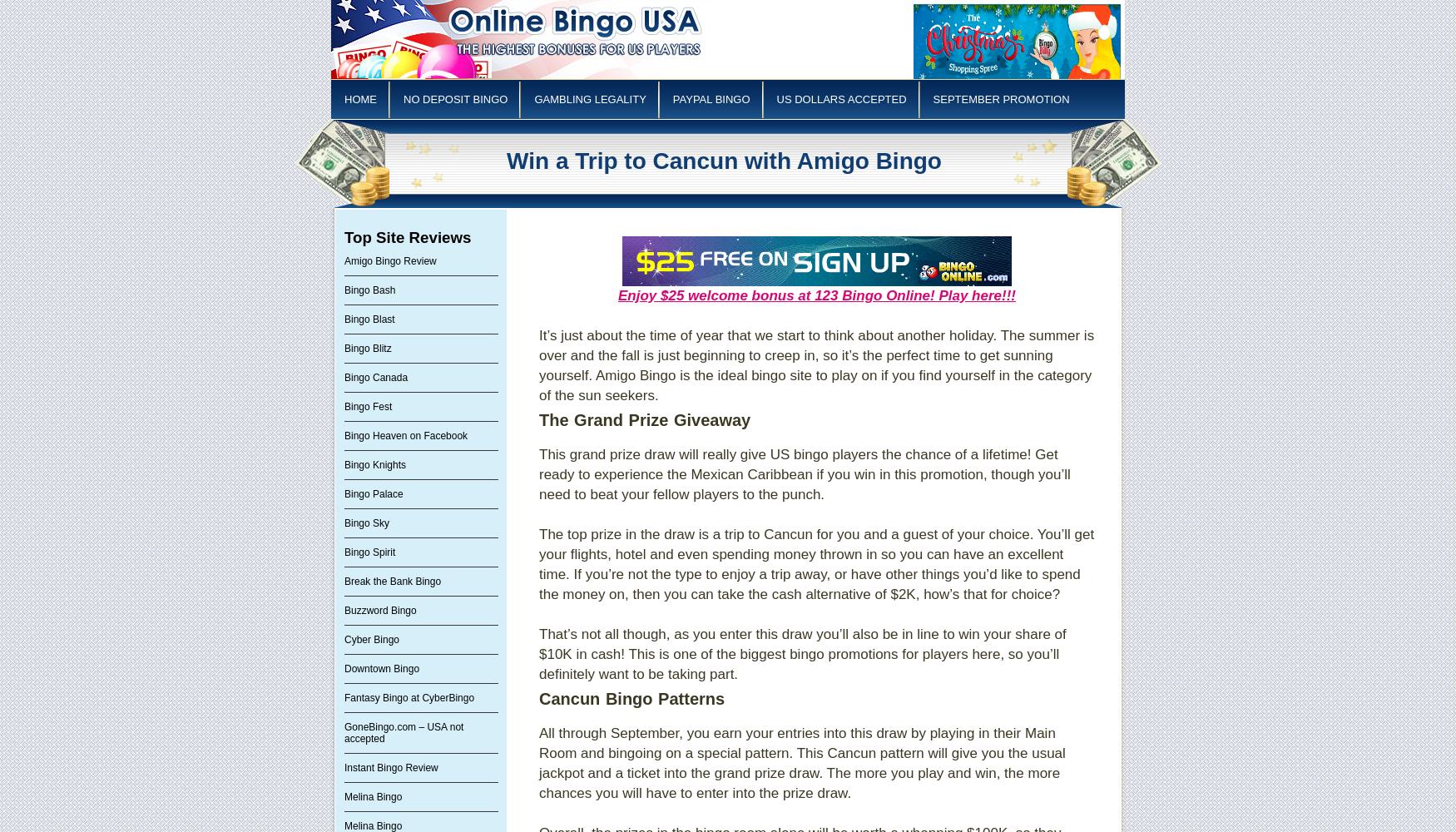 This screenshot has height=832, width=1456. I want to click on 'The top prize in the draw is a trip to Cancun for you and a guest of your choice. You’ll get your flights, hotel and even spending money thrown in so you can have an excellent time. If you’re not the type to enjoy a trip away, or have other things you’d like to spend the money on, then you can take the cash alternative of $2K, how’s that for choice?', so click(816, 564).